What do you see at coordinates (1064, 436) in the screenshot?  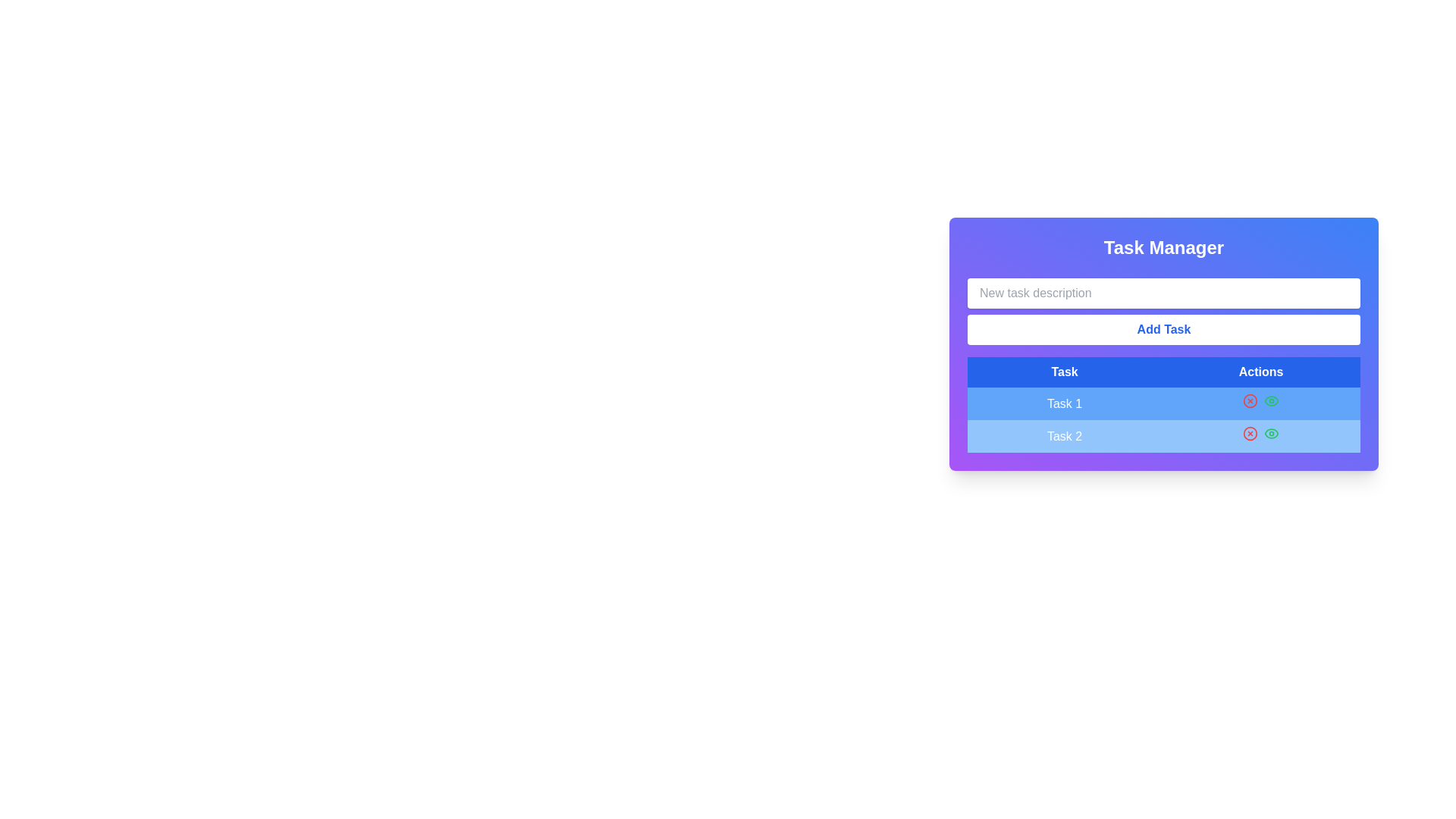 I see `the Text label in the second row under the 'Task' column of the task management interface` at bounding box center [1064, 436].